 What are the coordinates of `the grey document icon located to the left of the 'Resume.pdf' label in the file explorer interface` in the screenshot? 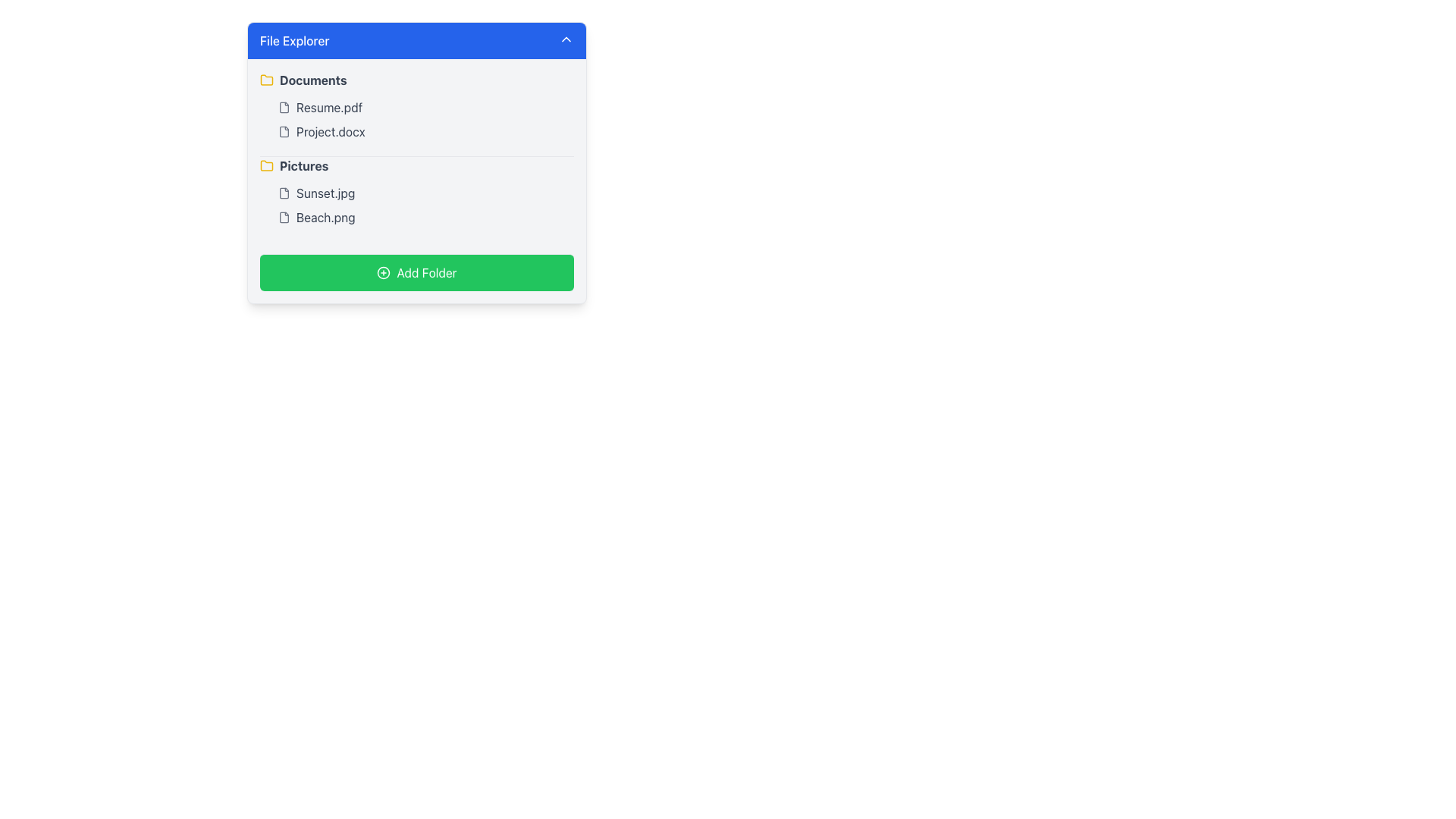 It's located at (284, 107).